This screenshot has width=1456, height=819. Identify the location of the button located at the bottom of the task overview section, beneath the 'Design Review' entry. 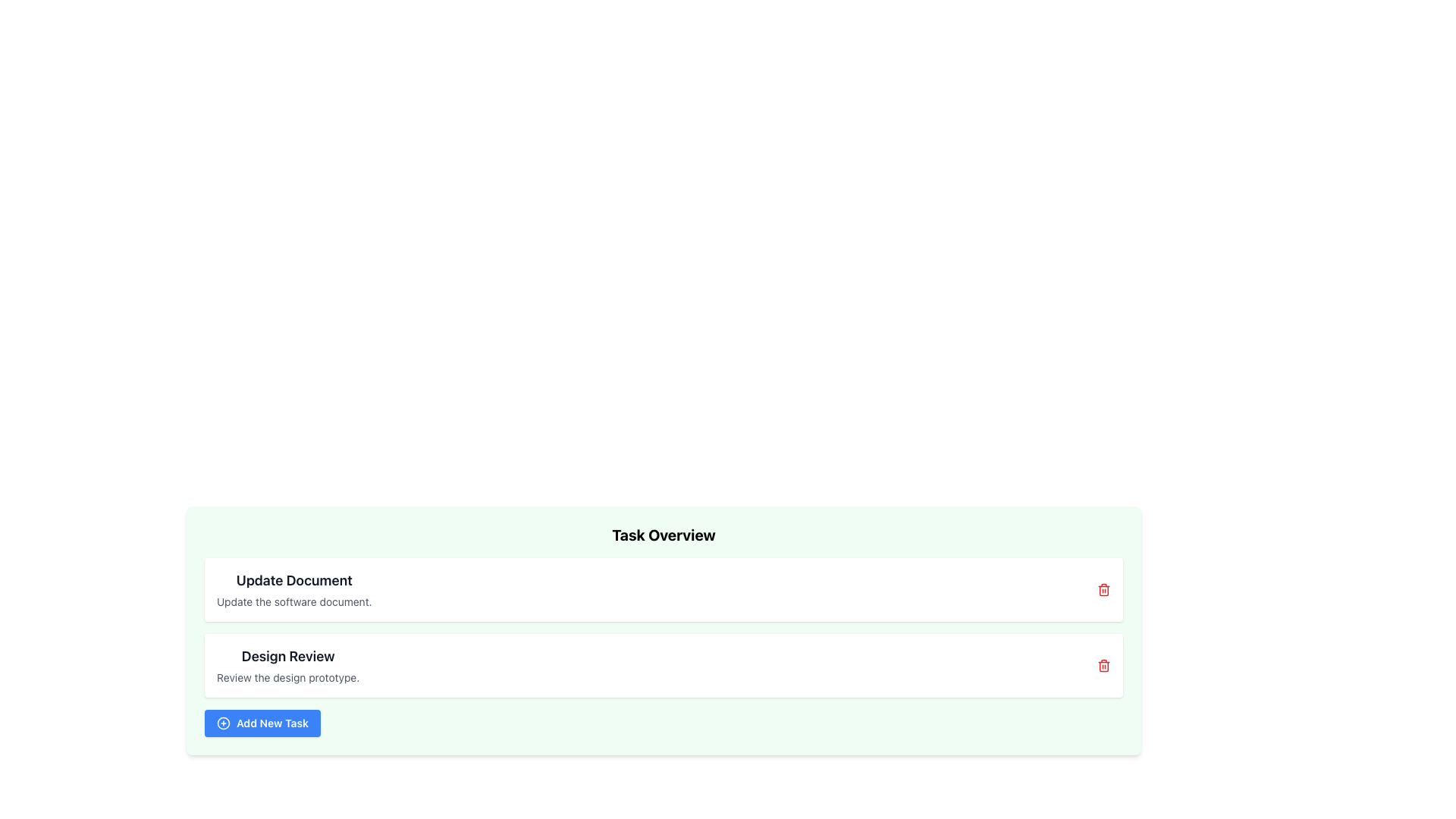
(262, 722).